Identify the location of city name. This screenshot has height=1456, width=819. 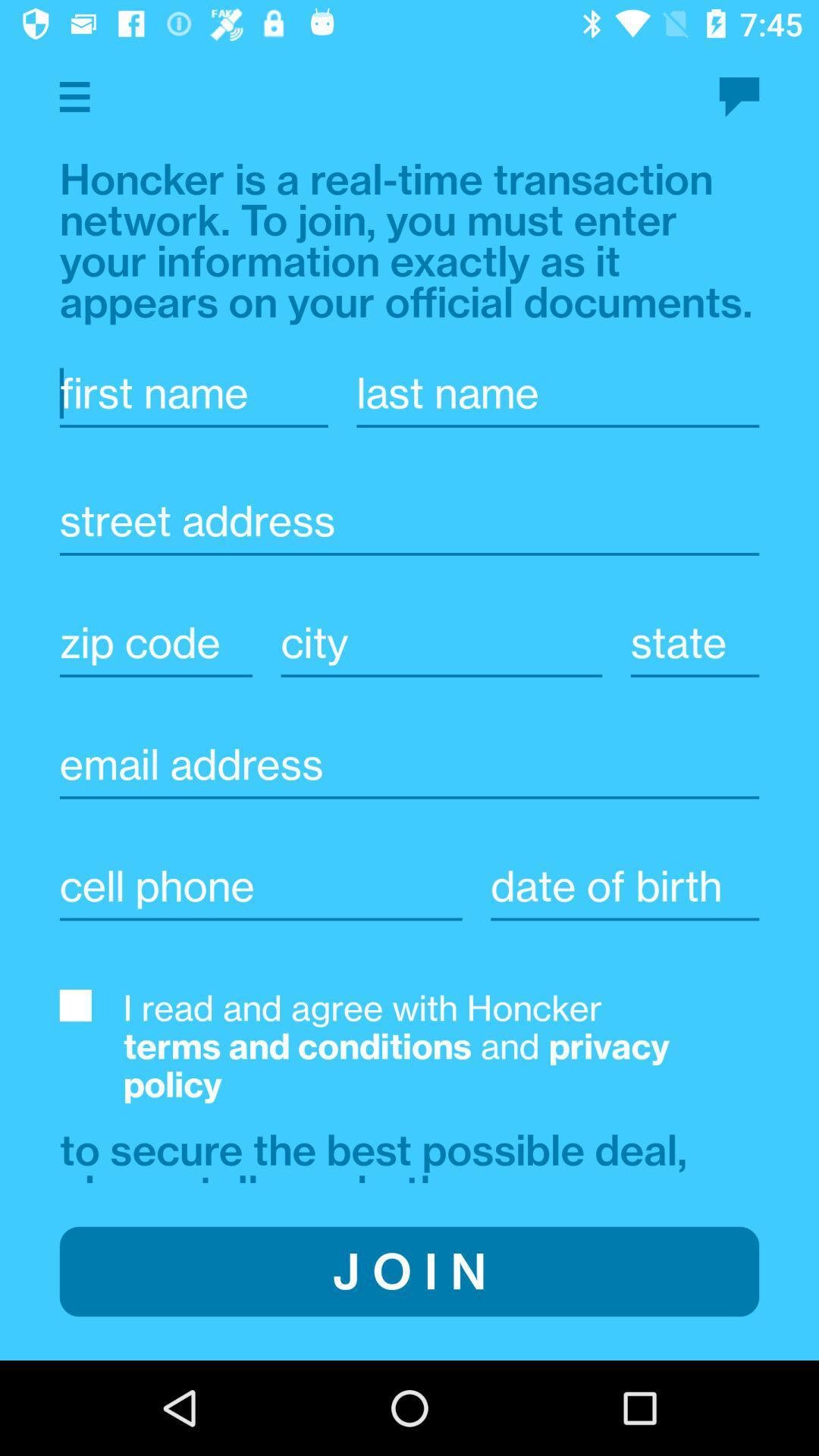
(441, 642).